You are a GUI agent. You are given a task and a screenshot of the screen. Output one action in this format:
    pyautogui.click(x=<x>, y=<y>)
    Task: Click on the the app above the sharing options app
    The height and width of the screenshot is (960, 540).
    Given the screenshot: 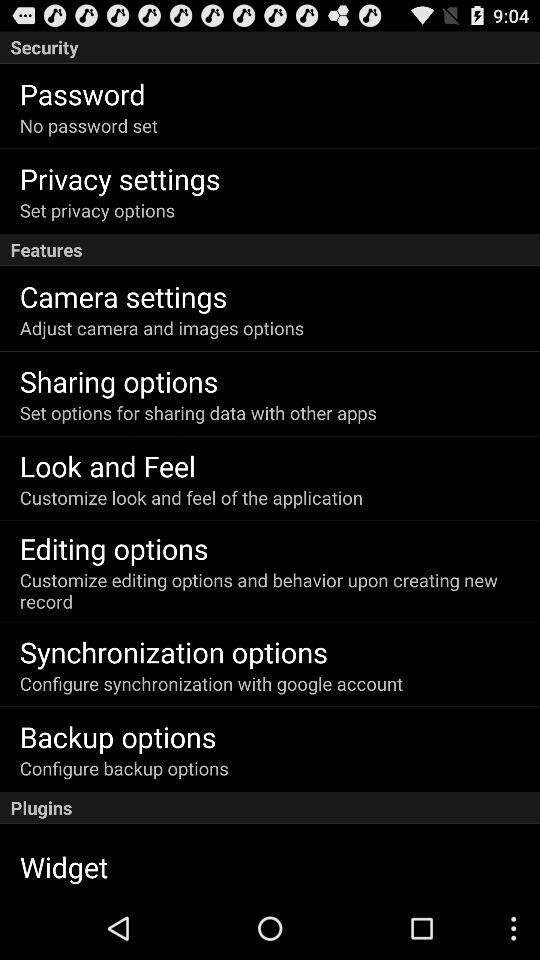 What is the action you would take?
    pyautogui.click(x=161, y=328)
    